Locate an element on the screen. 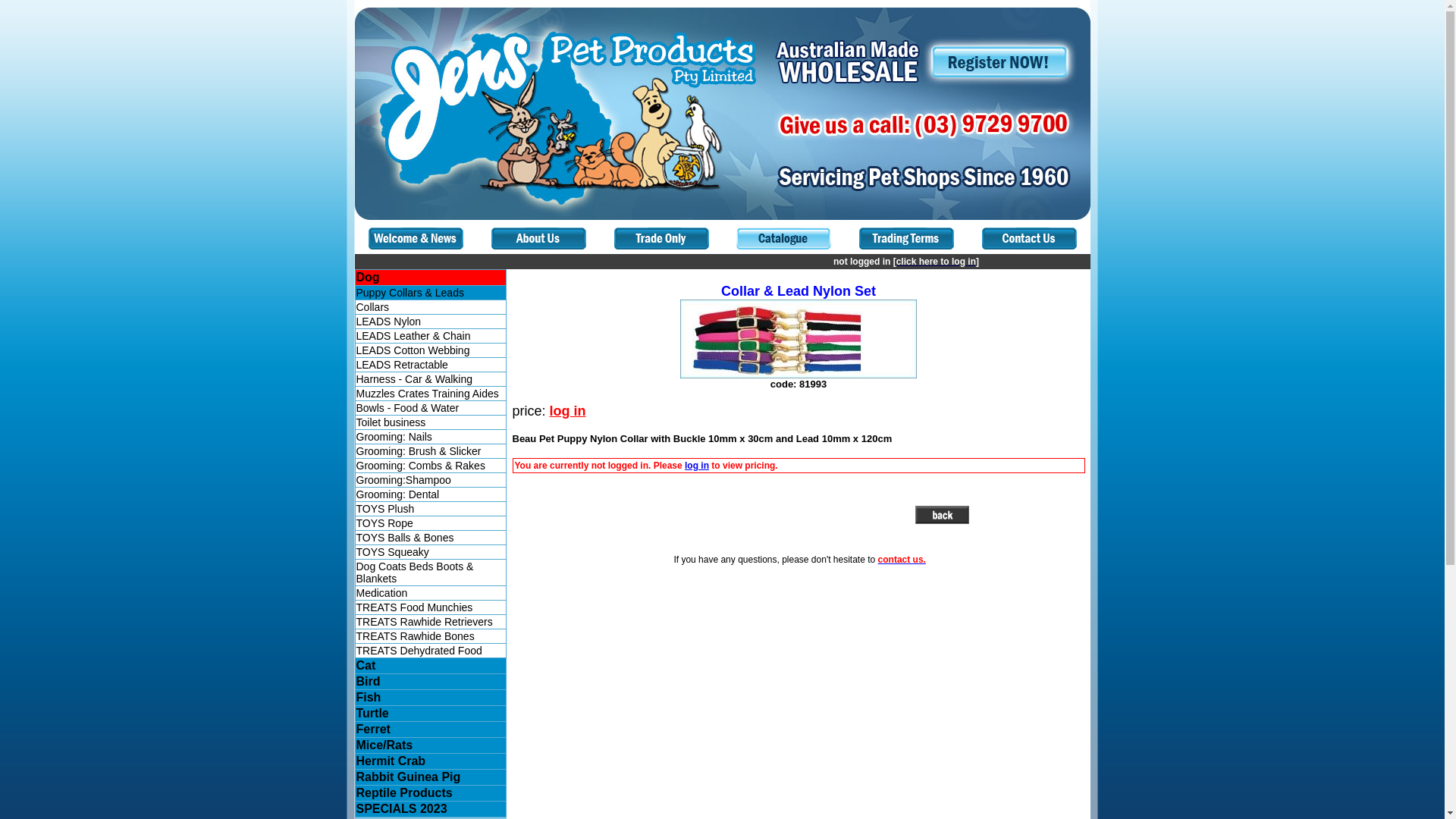 This screenshot has height=819, width=1456. 'contact us.' is located at coordinates (902, 559).